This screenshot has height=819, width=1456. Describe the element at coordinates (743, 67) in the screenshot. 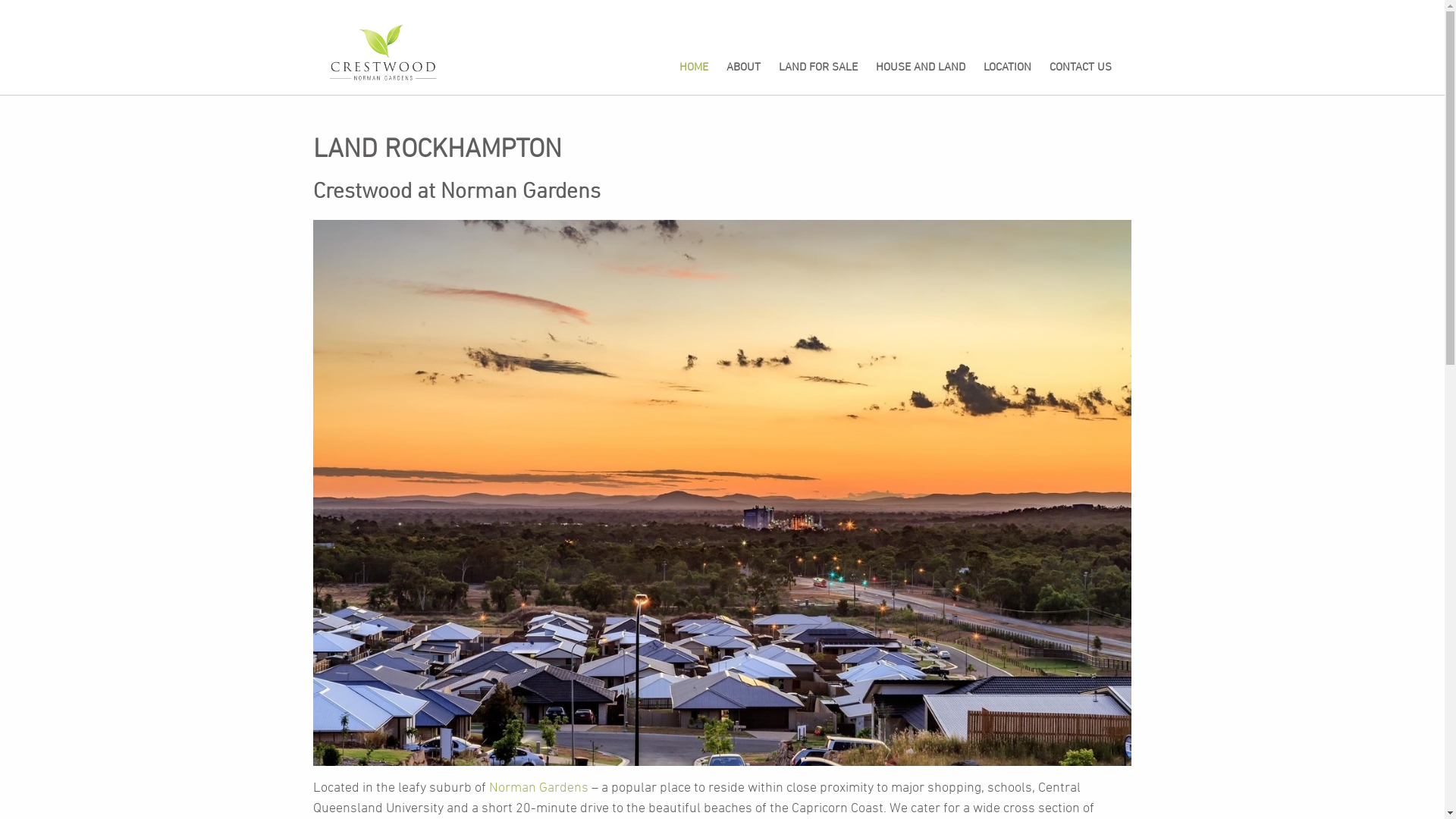

I see `'ABOUT'` at that location.